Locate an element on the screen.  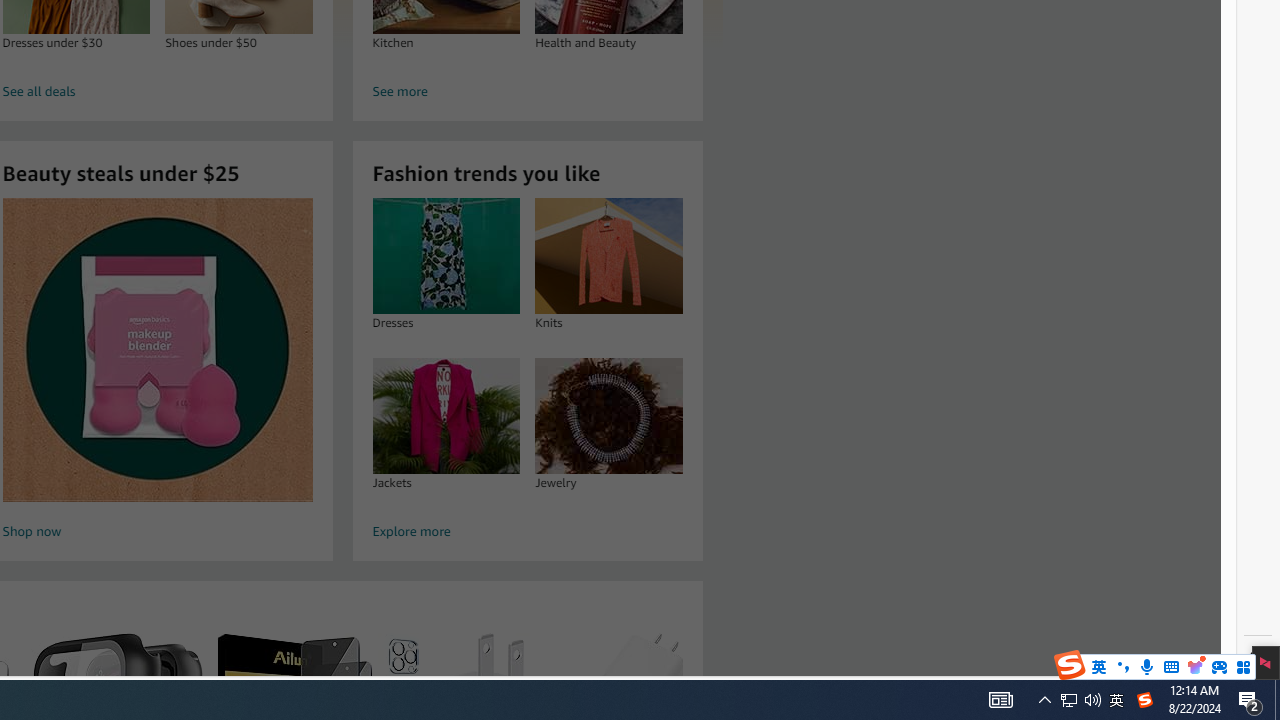
'Knits' is located at coordinates (607, 255).